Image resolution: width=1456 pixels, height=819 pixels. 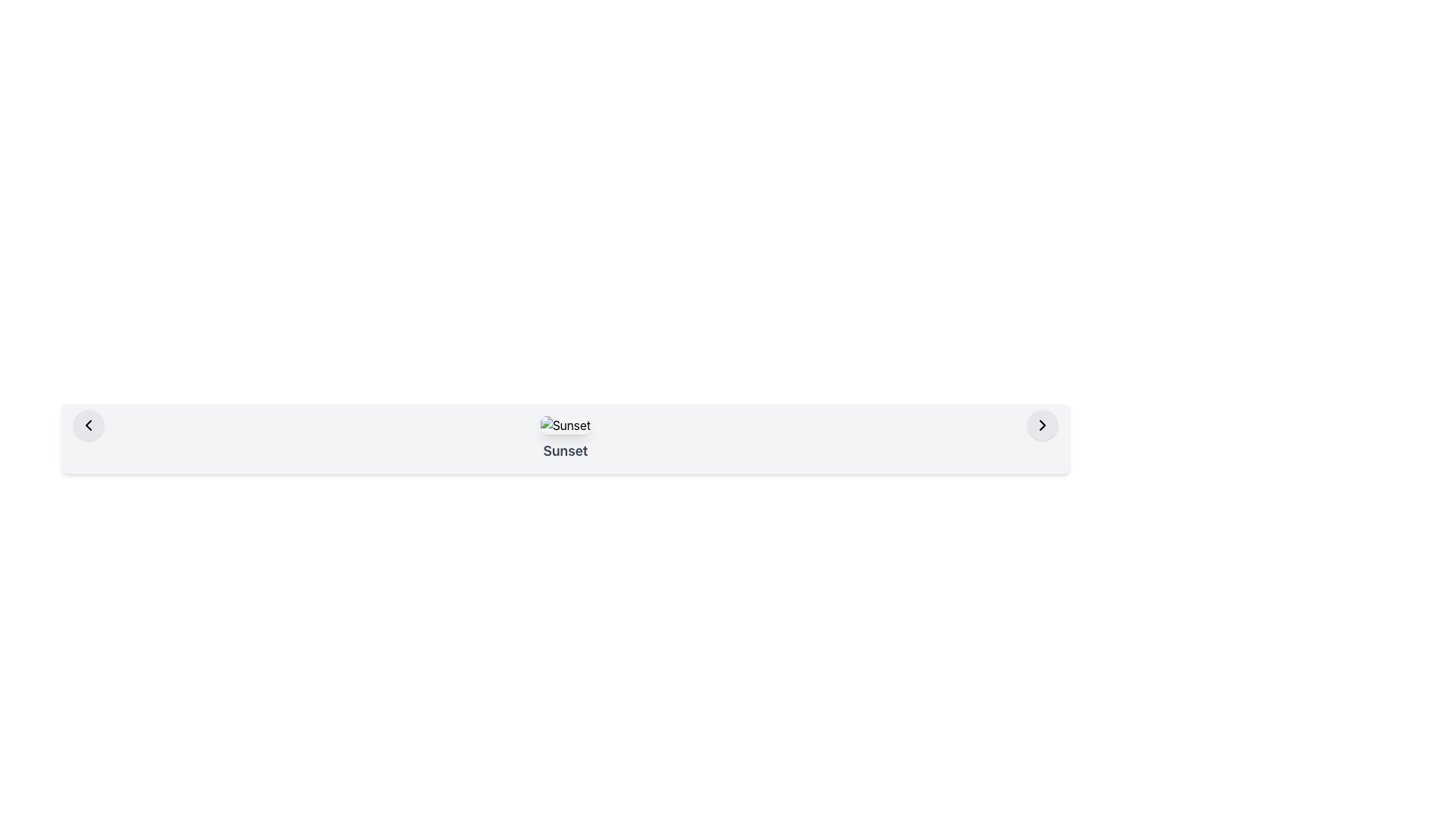 I want to click on the right-facing chevron icon located on the extreme right within the horizontal layout bar, so click(x=1041, y=425).